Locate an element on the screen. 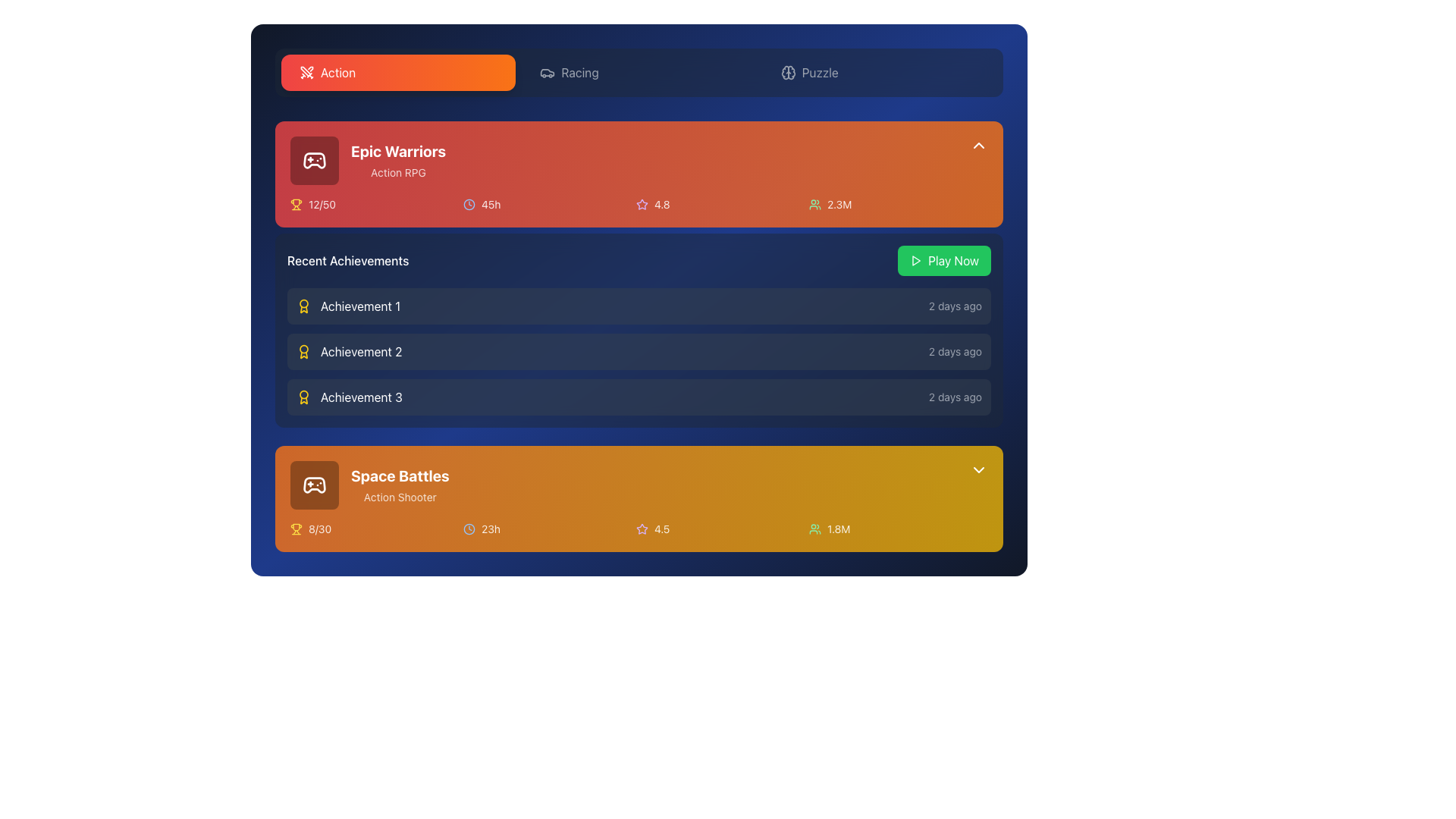 This screenshot has height=819, width=1456. the list item containing the text 'Achievement 2' with a yellow award icon is located at coordinates (348, 351).